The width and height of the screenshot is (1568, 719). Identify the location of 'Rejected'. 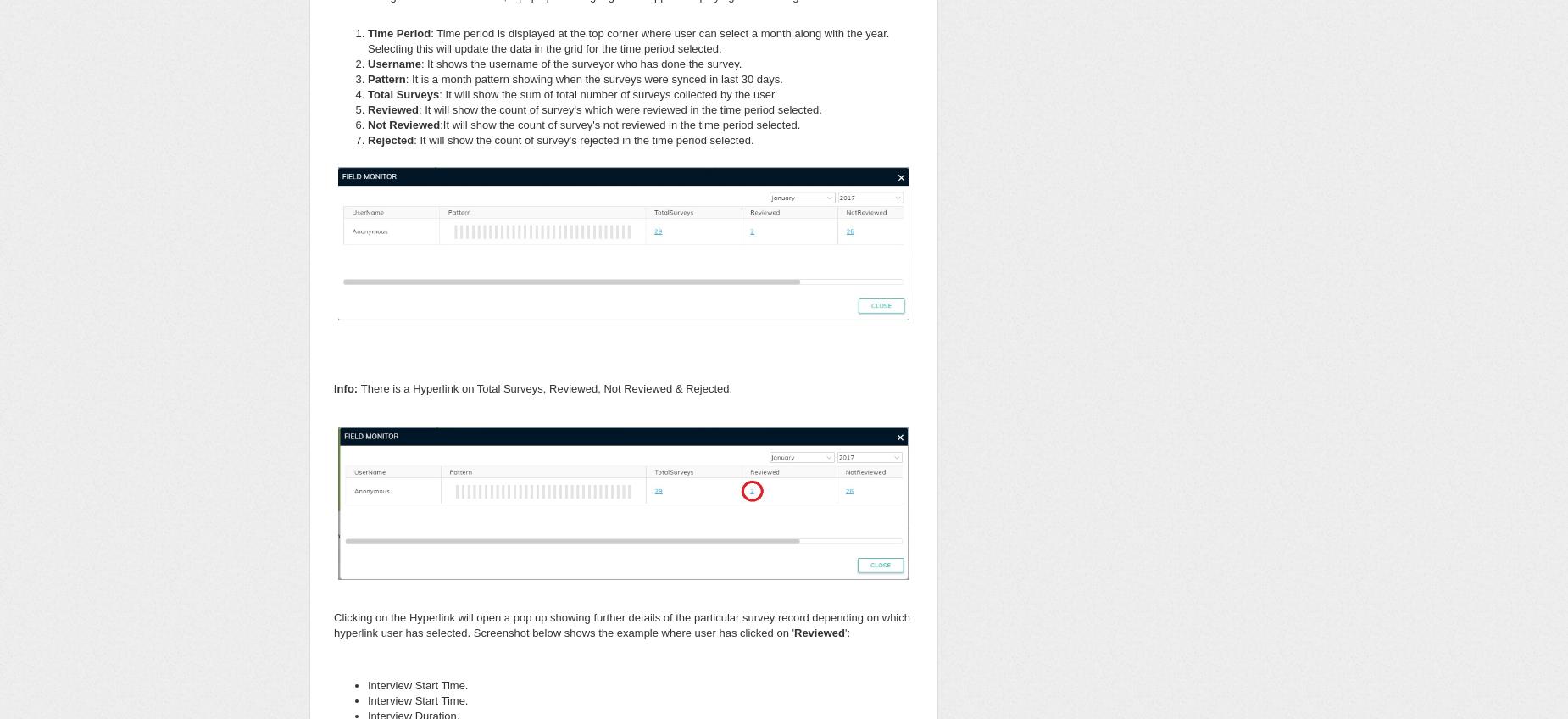
(390, 139).